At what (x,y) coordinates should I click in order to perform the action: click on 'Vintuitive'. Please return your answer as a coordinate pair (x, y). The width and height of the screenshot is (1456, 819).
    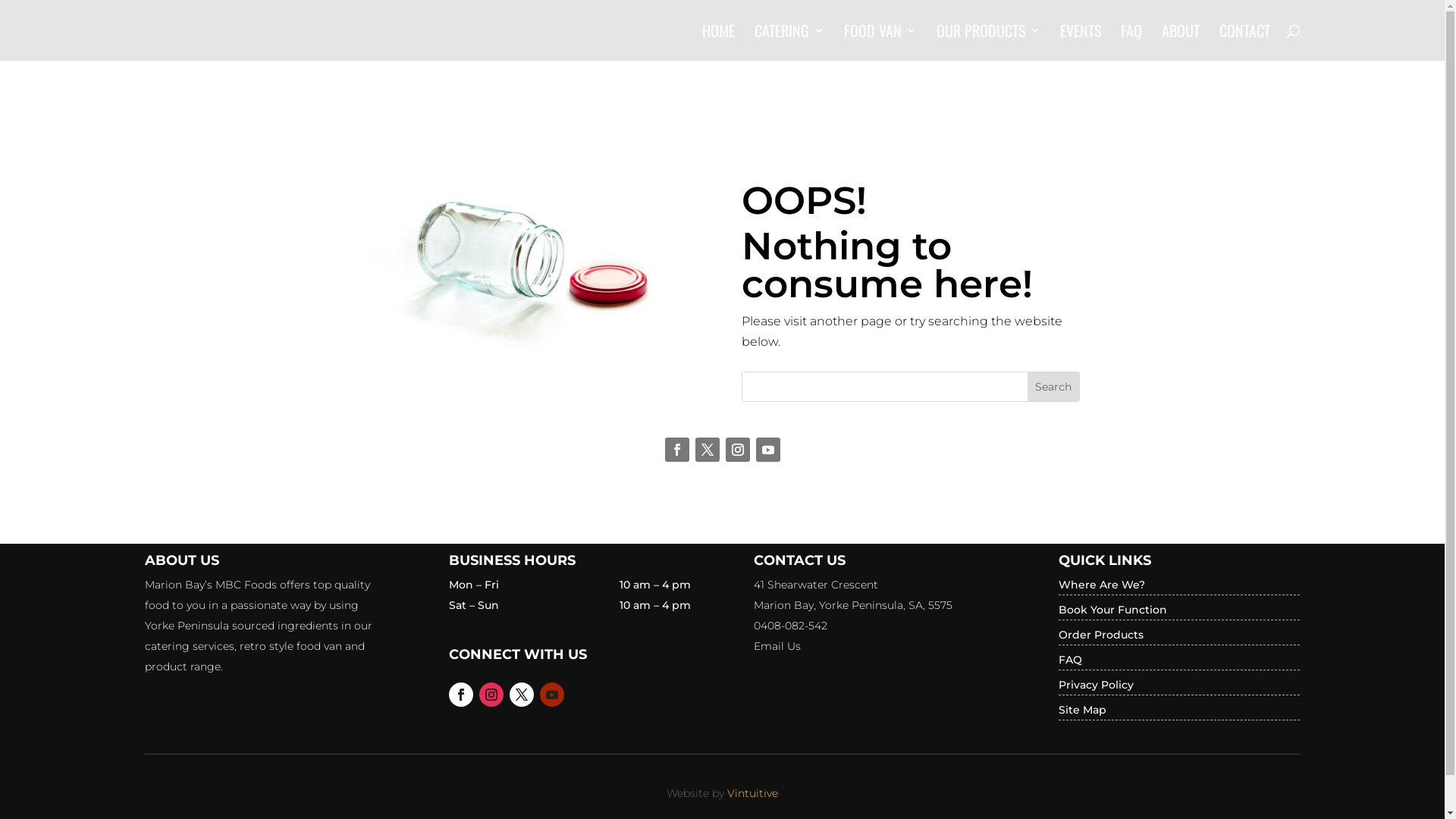
    Looking at the image, I should click on (726, 792).